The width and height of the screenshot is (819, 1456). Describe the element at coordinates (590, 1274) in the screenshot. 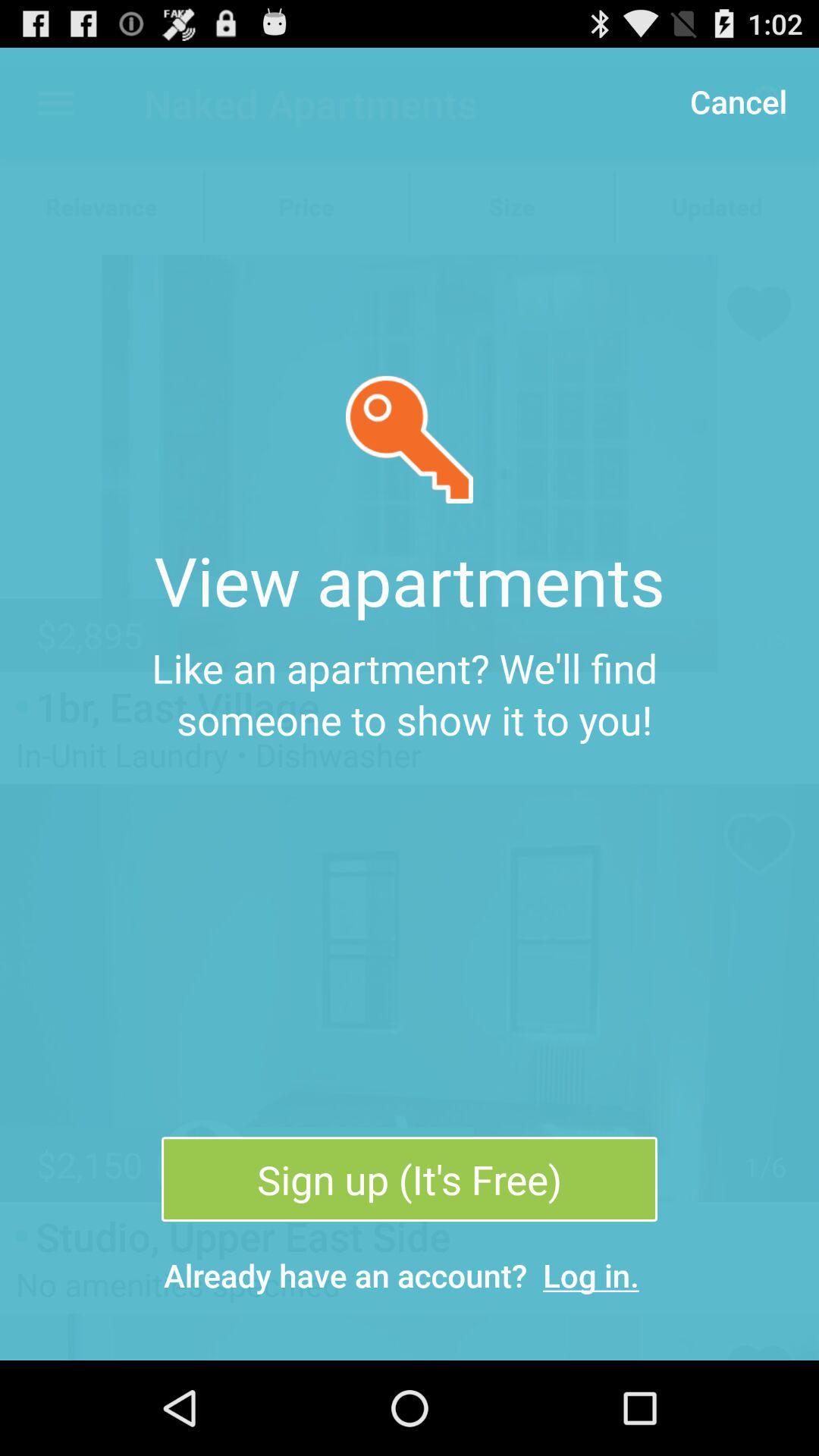

I see `icon next to already have an item` at that location.